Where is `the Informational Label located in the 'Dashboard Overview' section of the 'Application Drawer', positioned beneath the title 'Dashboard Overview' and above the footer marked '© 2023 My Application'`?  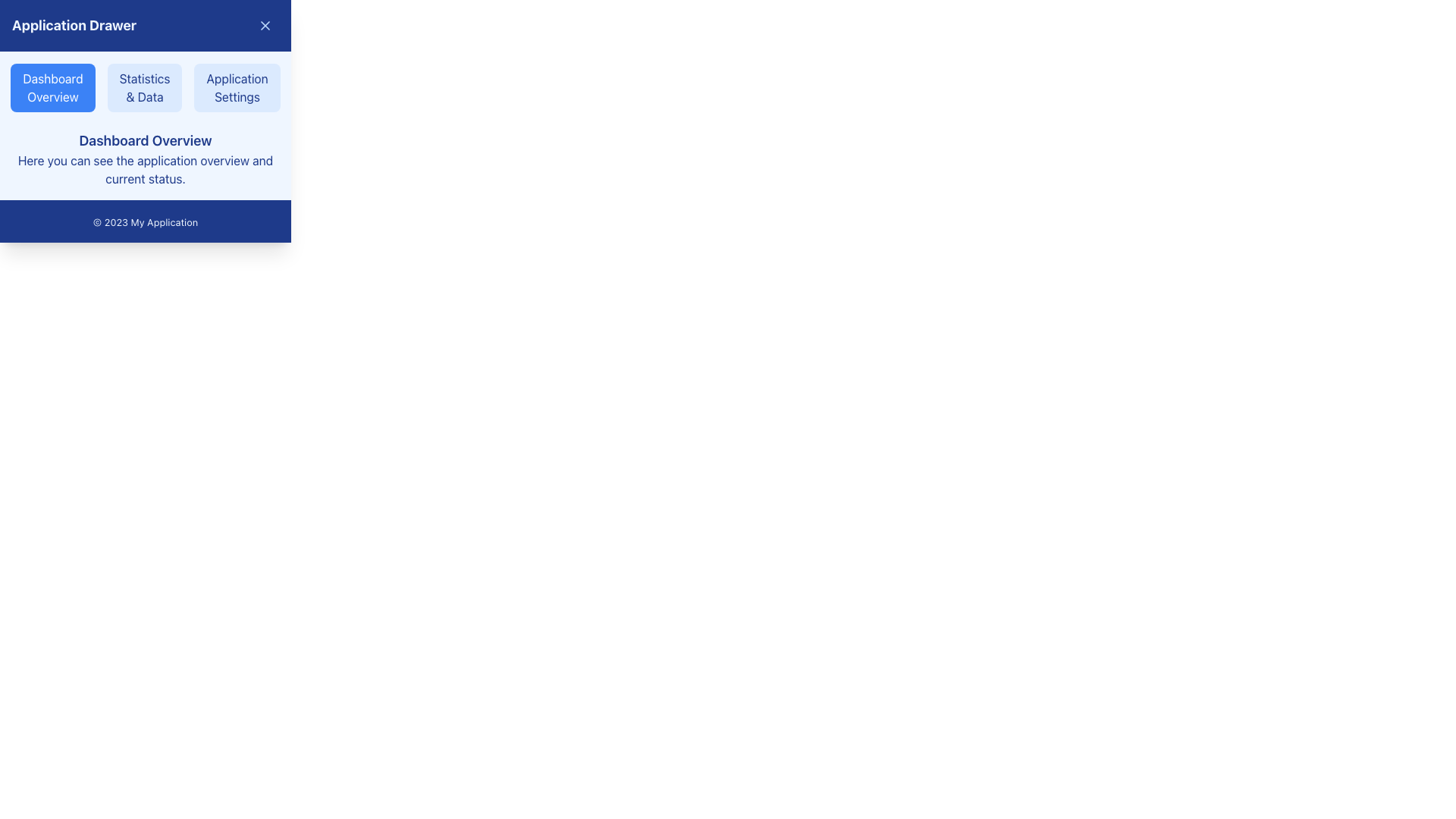
the Informational Label located in the 'Dashboard Overview' section of the 'Application Drawer', positioned beneath the title 'Dashboard Overview' and above the footer marked '© 2023 My Application' is located at coordinates (146, 169).